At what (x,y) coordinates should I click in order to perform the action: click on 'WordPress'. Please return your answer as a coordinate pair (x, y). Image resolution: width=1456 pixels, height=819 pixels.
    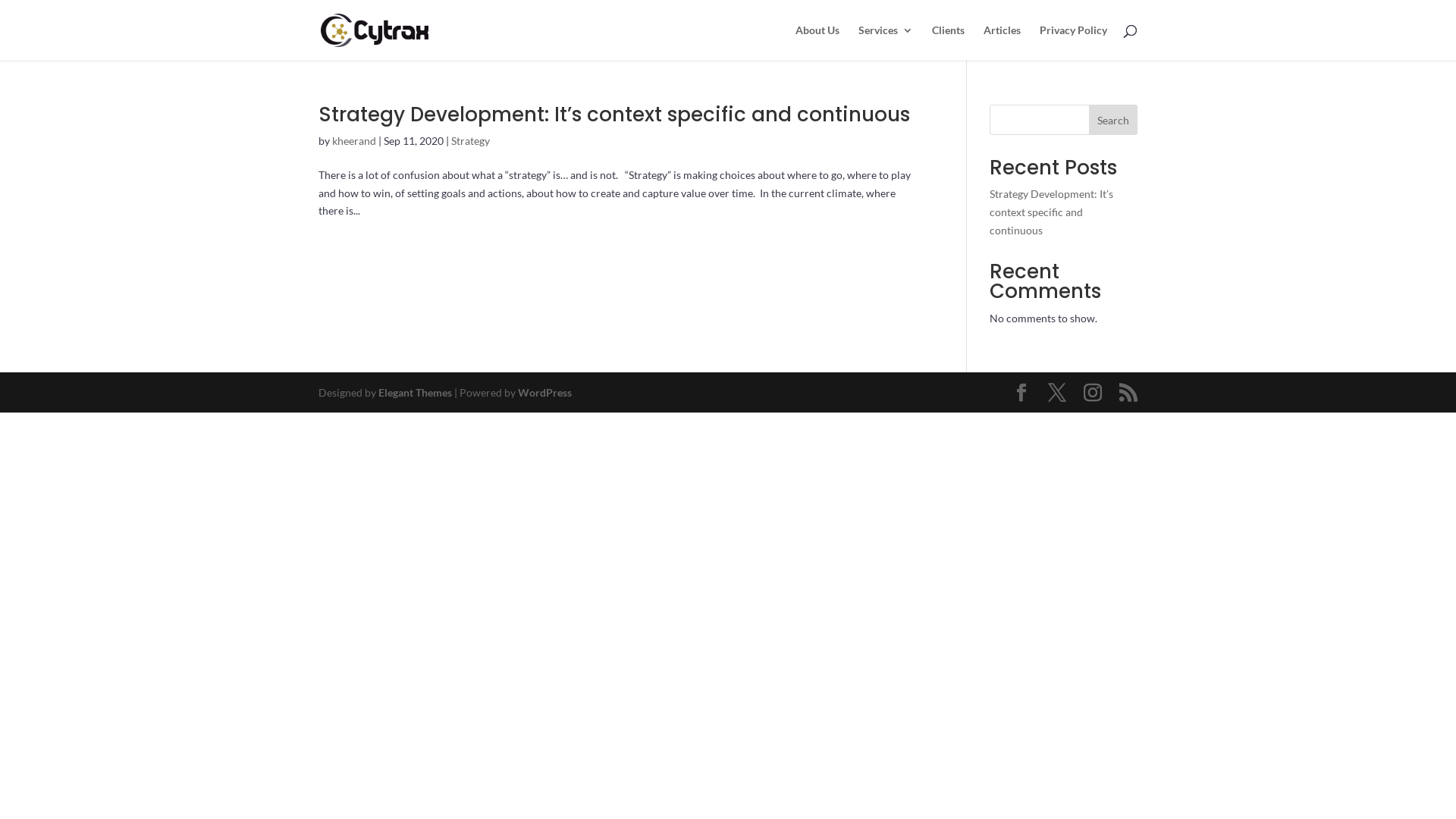
    Looking at the image, I should click on (544, 391).